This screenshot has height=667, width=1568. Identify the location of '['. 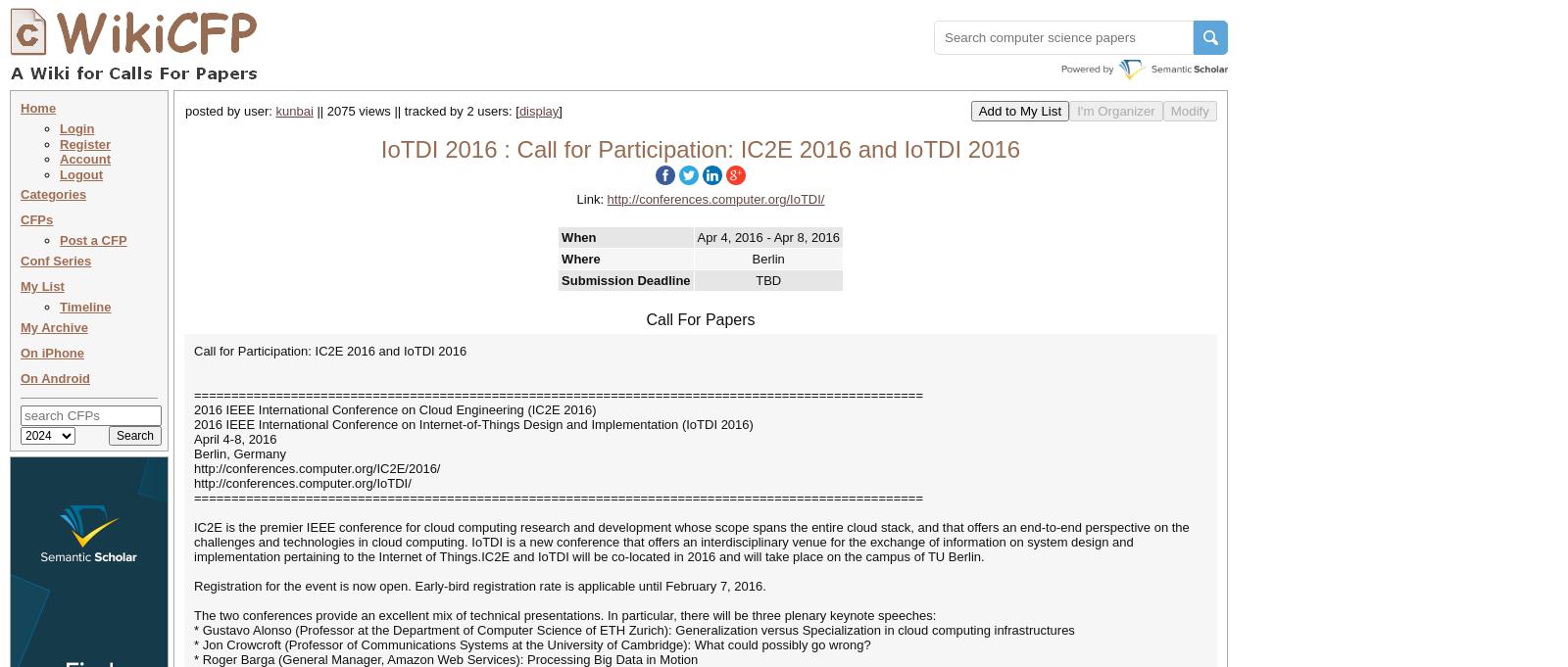
(515, 110).